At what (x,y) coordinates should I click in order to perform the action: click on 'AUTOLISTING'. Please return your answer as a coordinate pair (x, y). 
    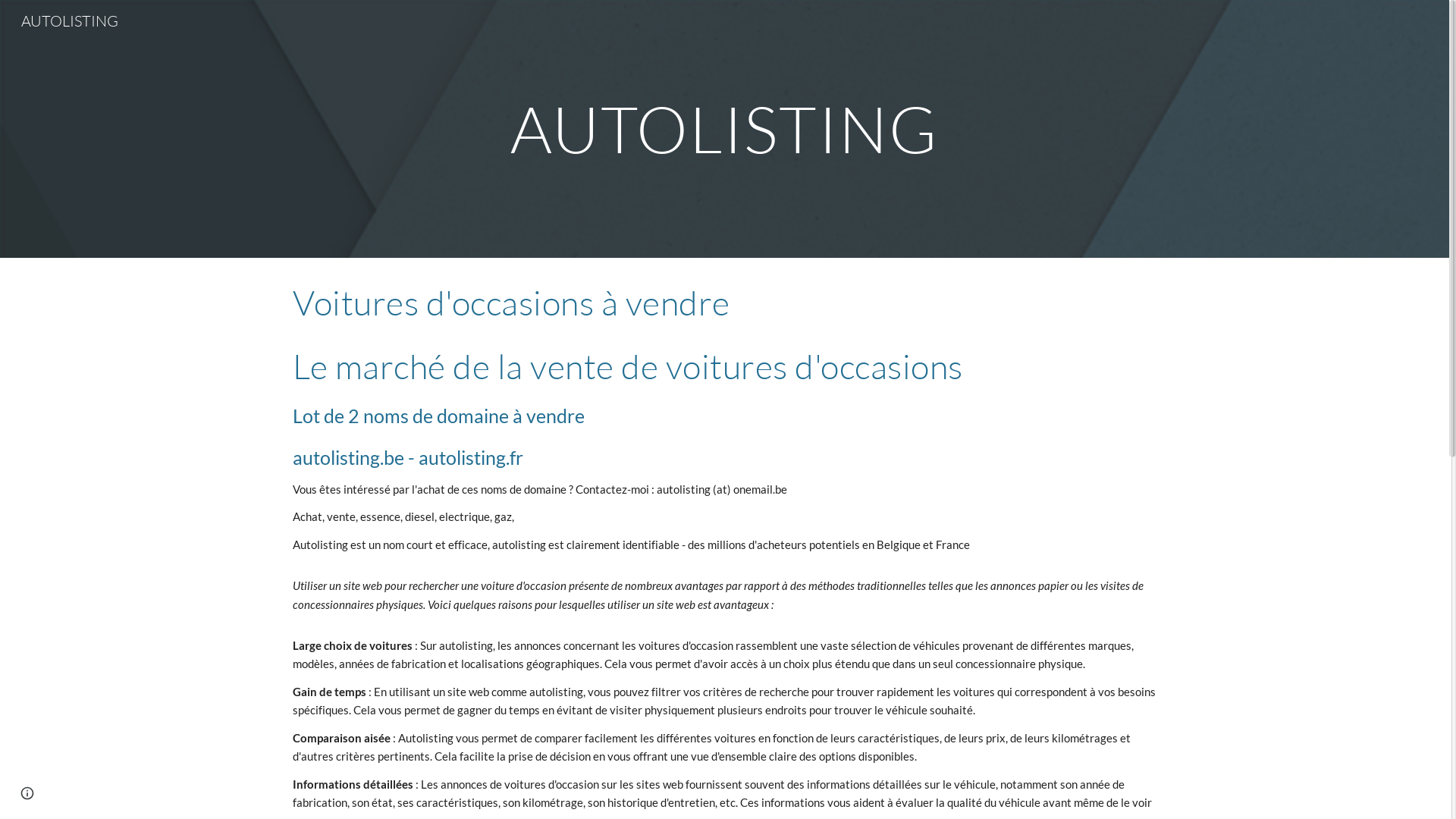
    Looking at the image, I should click on (68, 19).